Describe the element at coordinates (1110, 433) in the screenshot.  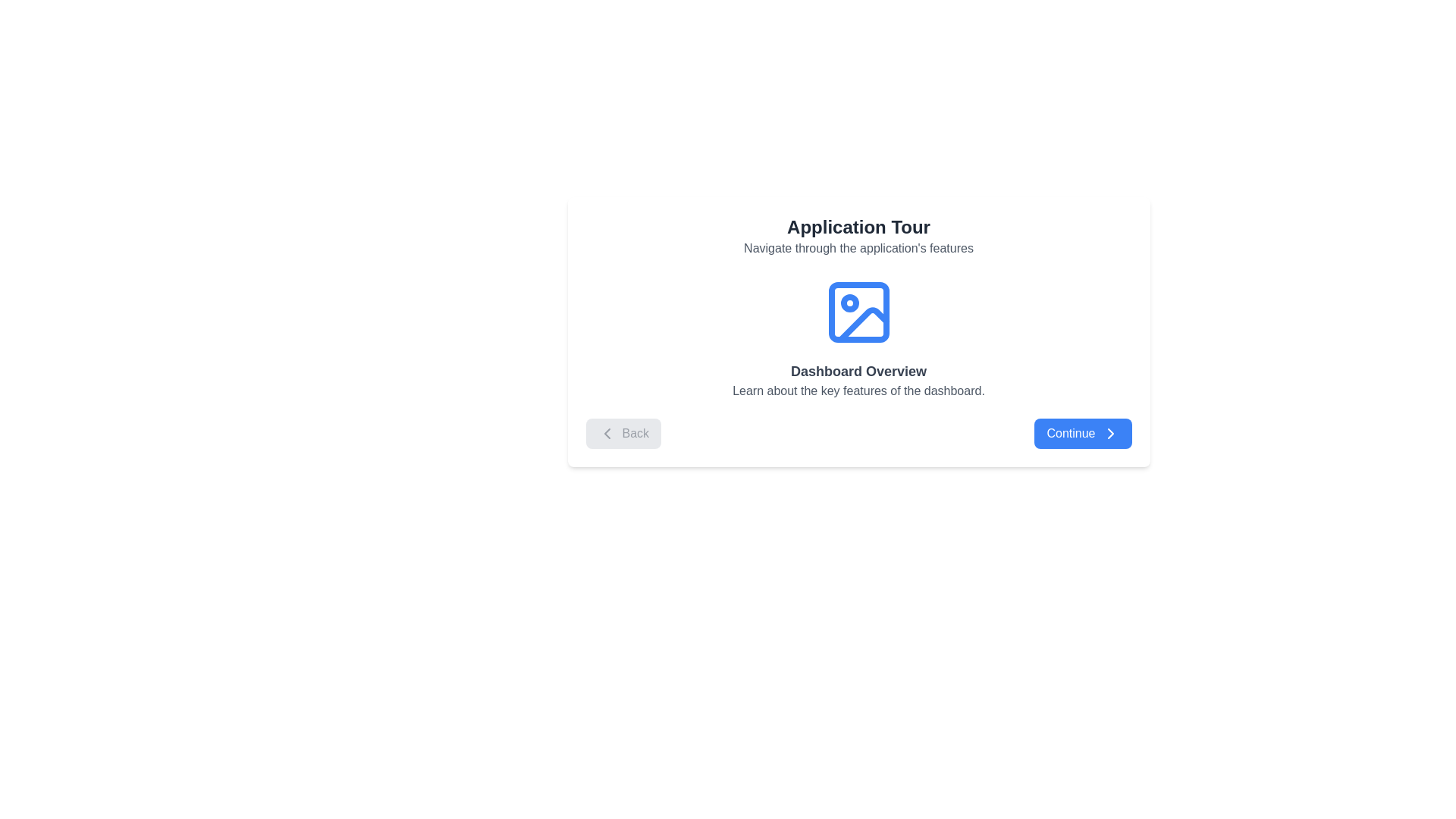
I see `the 'Continue' button that contains the decorative forward navigation arrow icon located at the extreme right edge of the button` at that location.